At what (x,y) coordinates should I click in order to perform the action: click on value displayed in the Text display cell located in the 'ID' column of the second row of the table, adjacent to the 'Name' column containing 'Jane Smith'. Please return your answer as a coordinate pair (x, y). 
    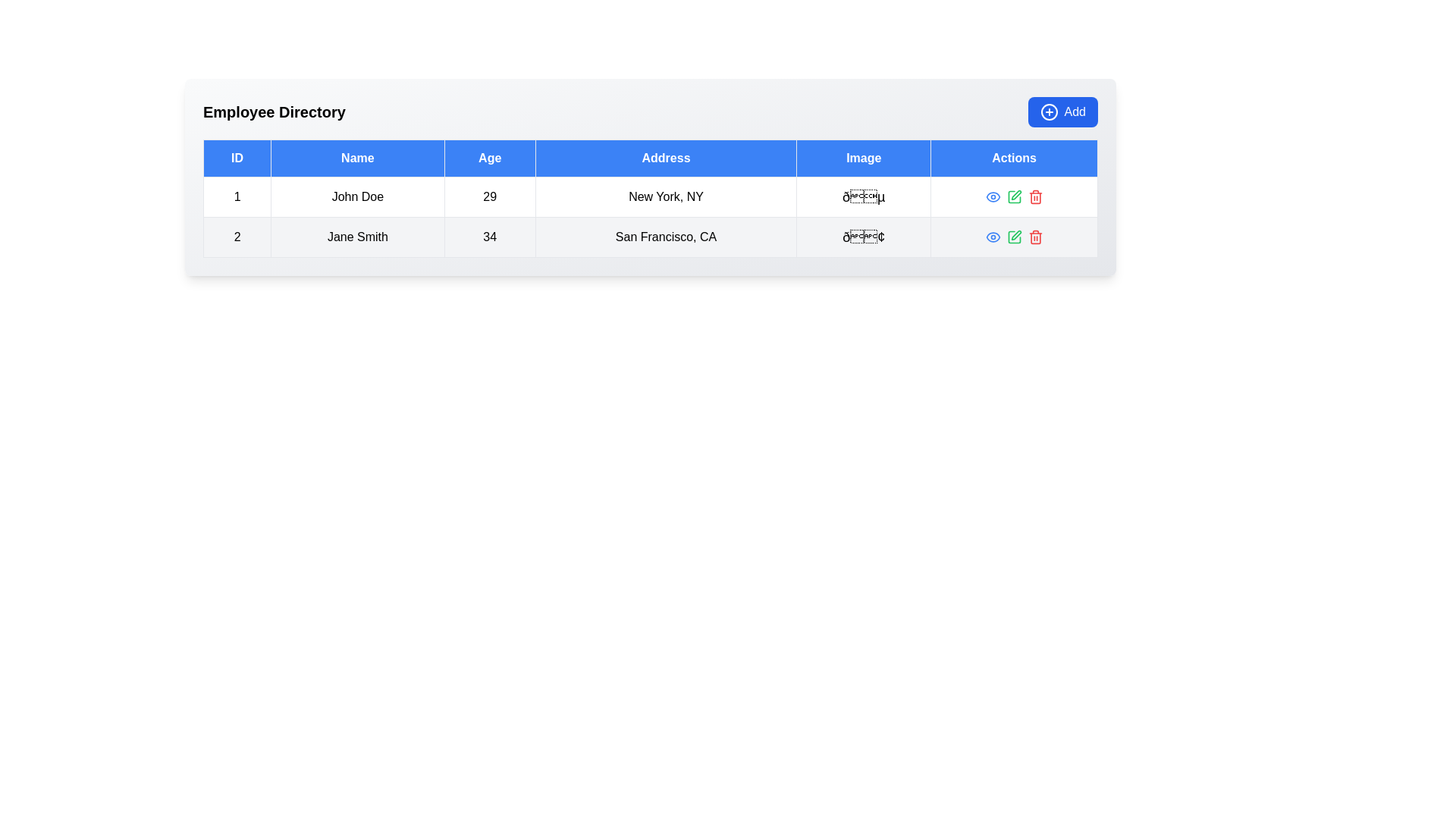
    Looking at the image, I should click on (237, 237).